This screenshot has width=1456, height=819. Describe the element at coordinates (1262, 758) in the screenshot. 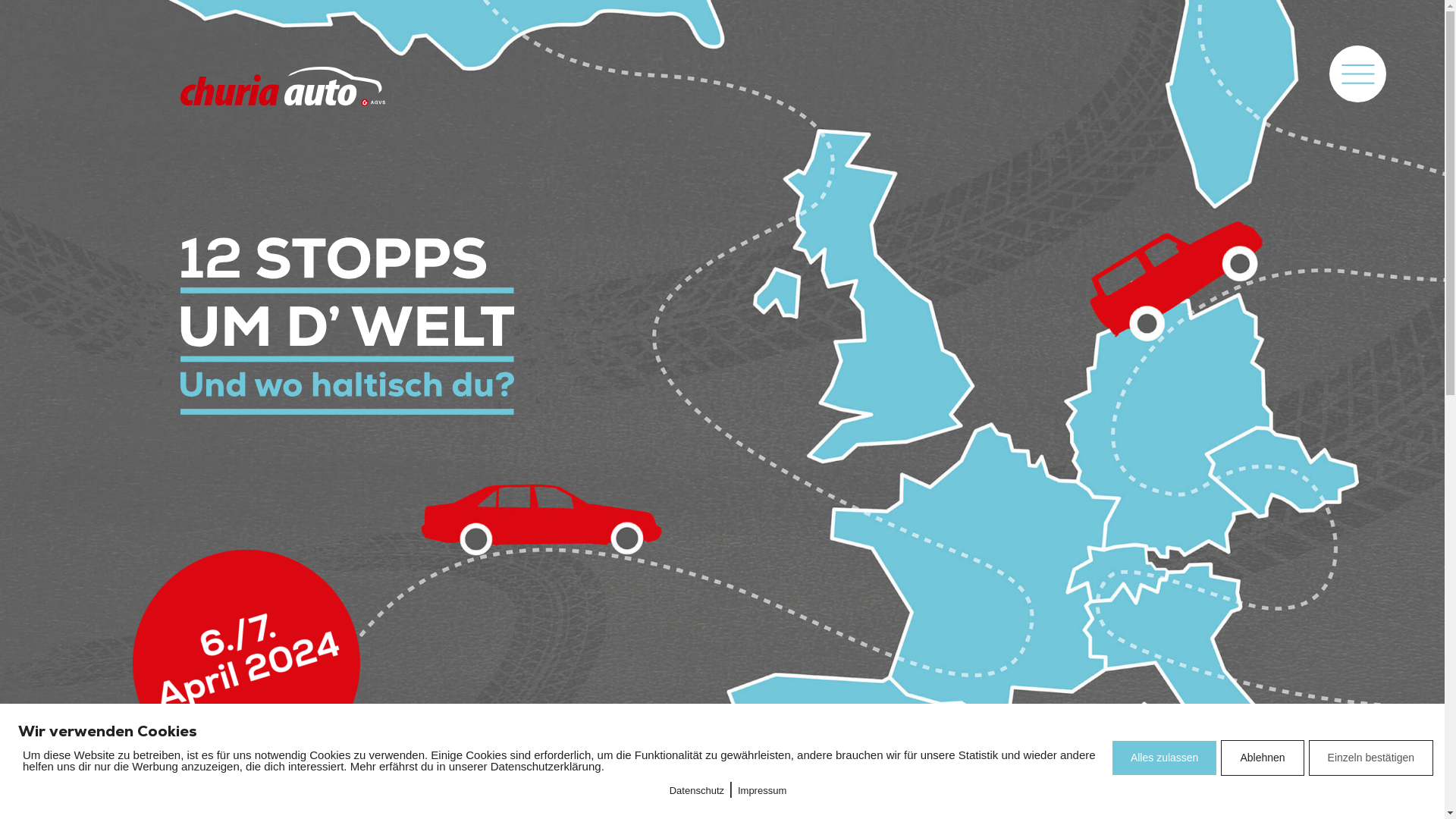

I see `'Ablehnen'` at that location.